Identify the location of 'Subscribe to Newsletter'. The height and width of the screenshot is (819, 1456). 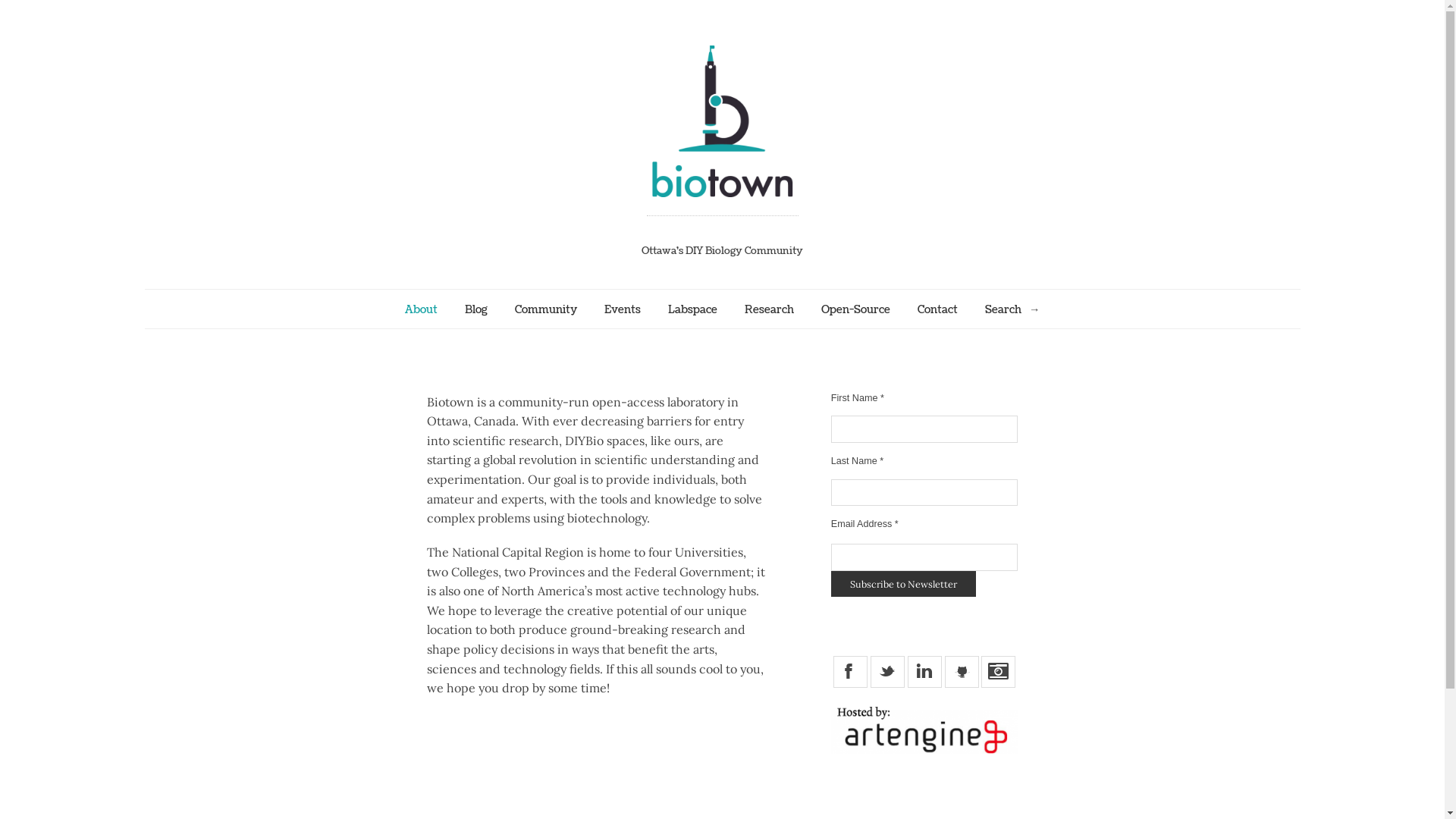
(830, 583).